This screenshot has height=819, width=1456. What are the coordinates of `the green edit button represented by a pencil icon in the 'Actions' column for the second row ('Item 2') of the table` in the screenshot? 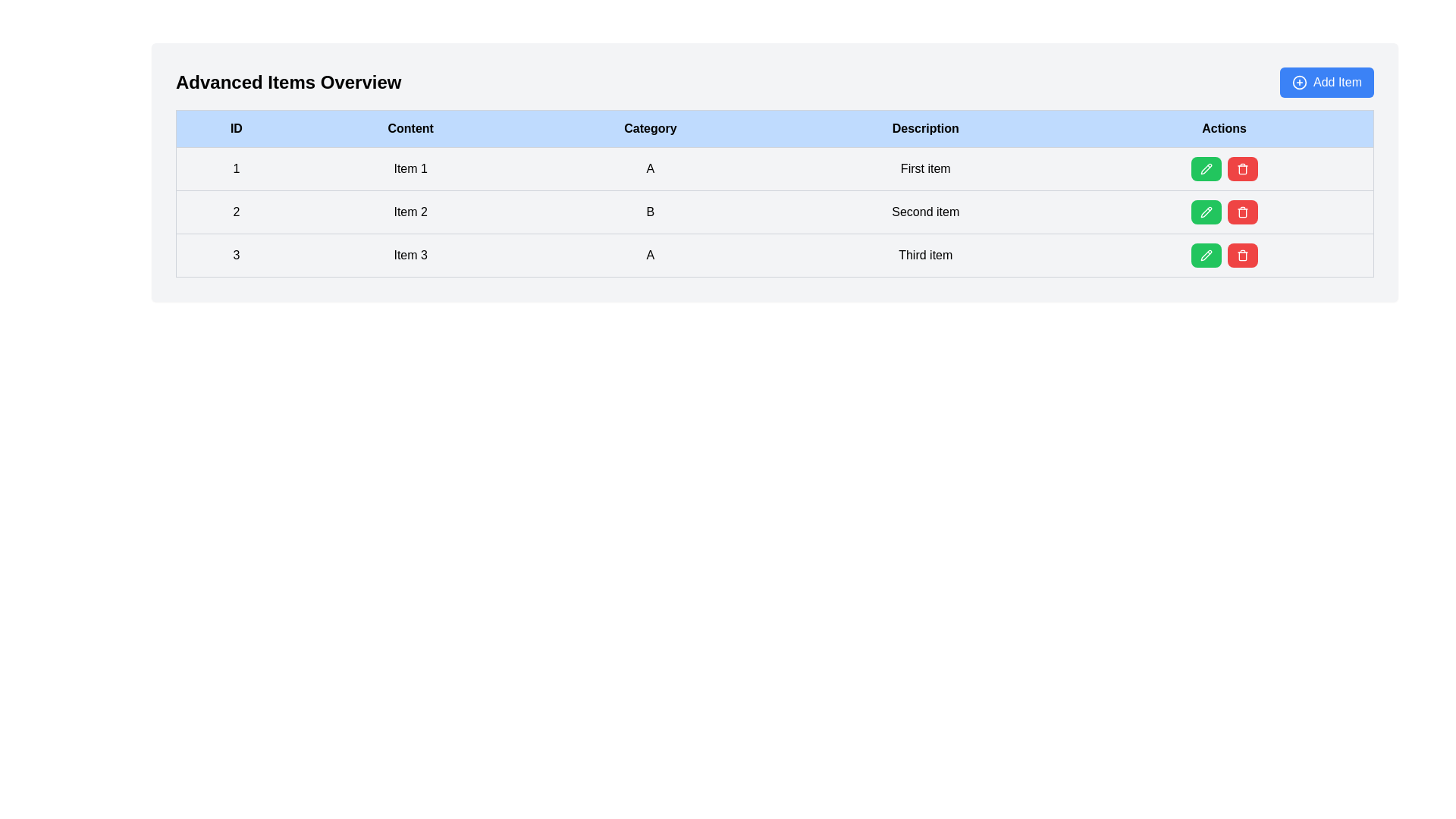 It's located at (1205, 169).